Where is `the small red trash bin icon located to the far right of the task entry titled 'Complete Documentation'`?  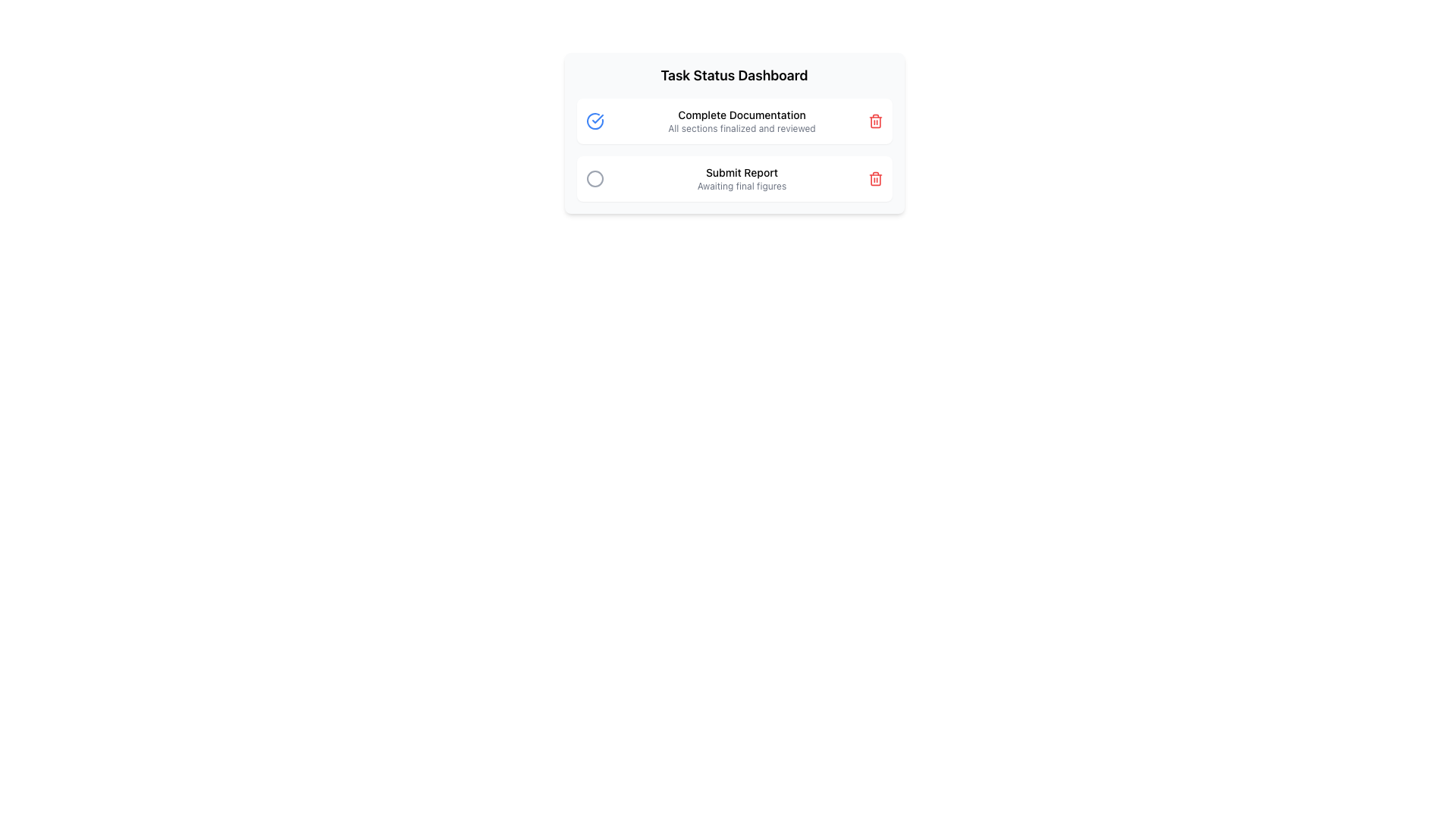 the small red trash bin icon located to the far right of the task entry titled 'Complete Documentation' is located at coordinates (875, 120).